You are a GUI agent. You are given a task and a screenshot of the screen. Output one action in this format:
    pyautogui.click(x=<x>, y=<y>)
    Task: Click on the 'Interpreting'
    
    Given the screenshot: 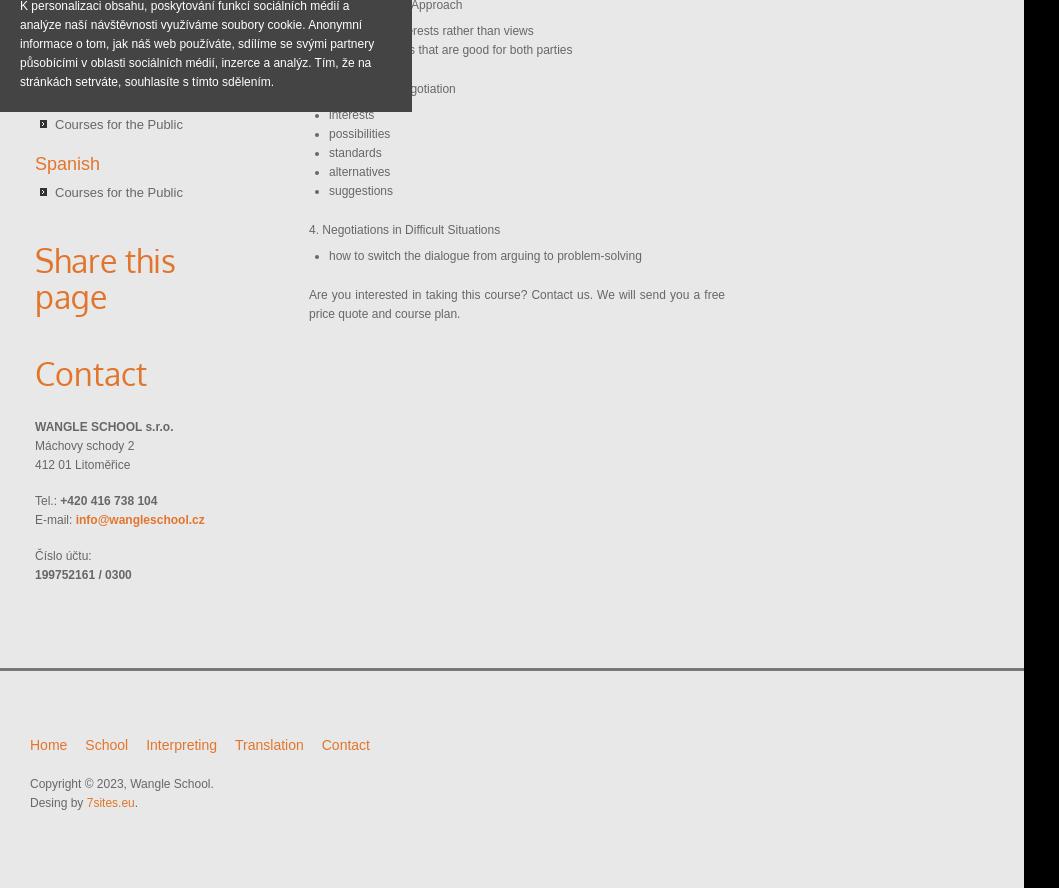 What is the action you would take?
    pyautogui.click(x=180, y=744)
    